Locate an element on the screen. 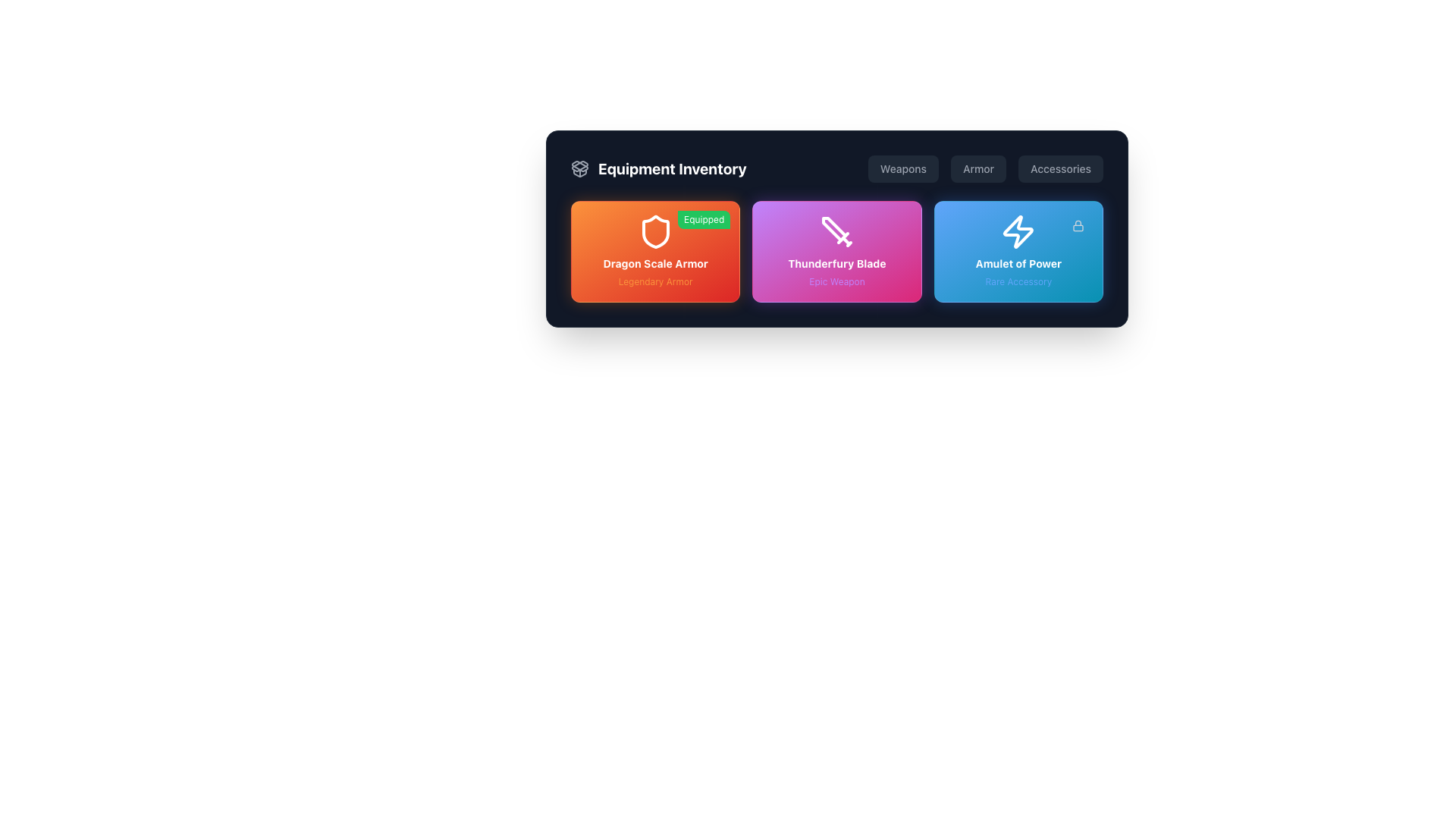 Image resolution: width=1456 pixels, height=819 pixels. information displayed on the second Display card, which is located between 'Dragon Scale Armor' and 'Amulet of Power' in the inventory menu is located at coordinates (836, 250).